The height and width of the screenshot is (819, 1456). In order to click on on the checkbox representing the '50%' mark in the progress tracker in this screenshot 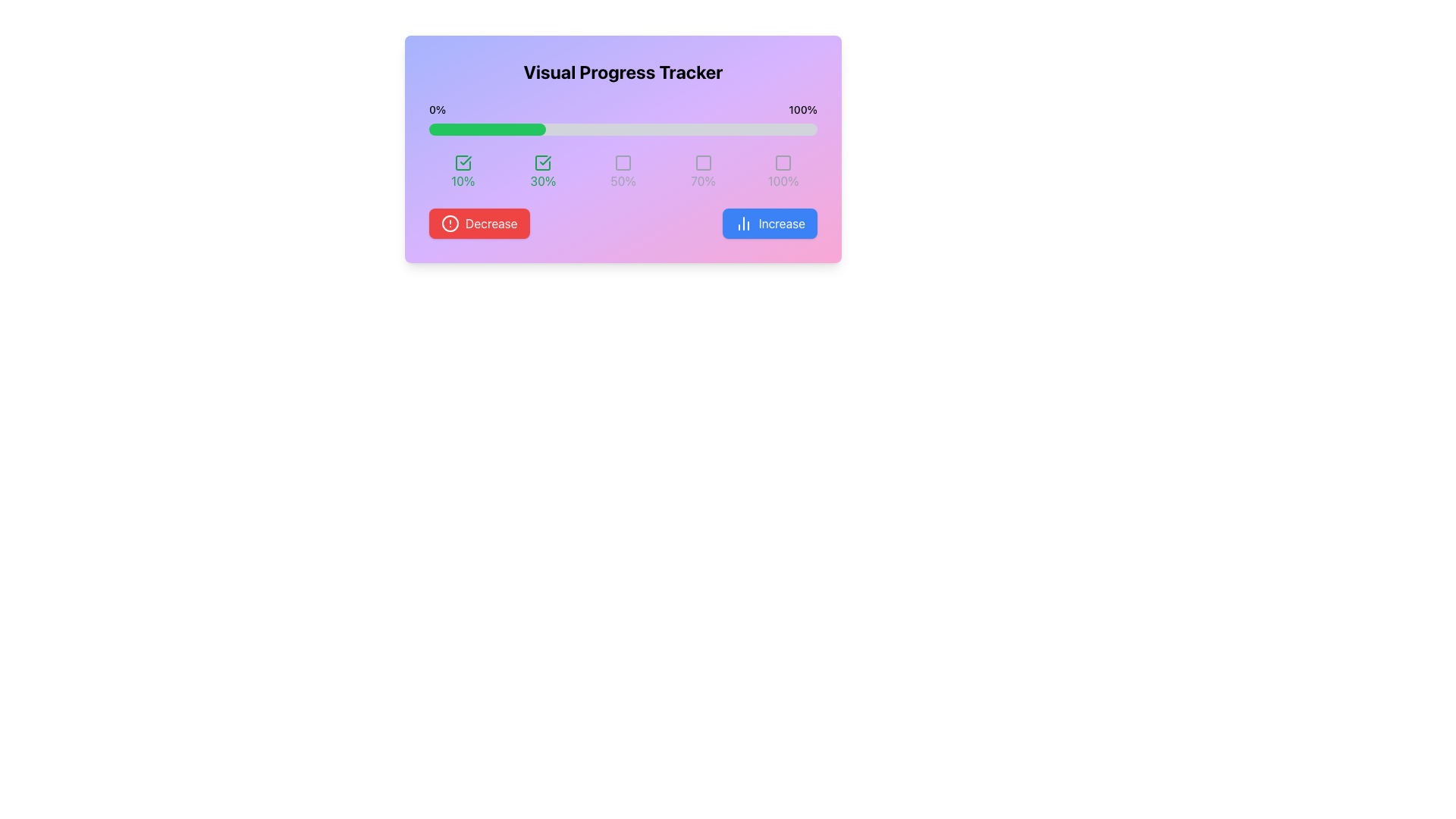, I will do `click(623, 163)`.